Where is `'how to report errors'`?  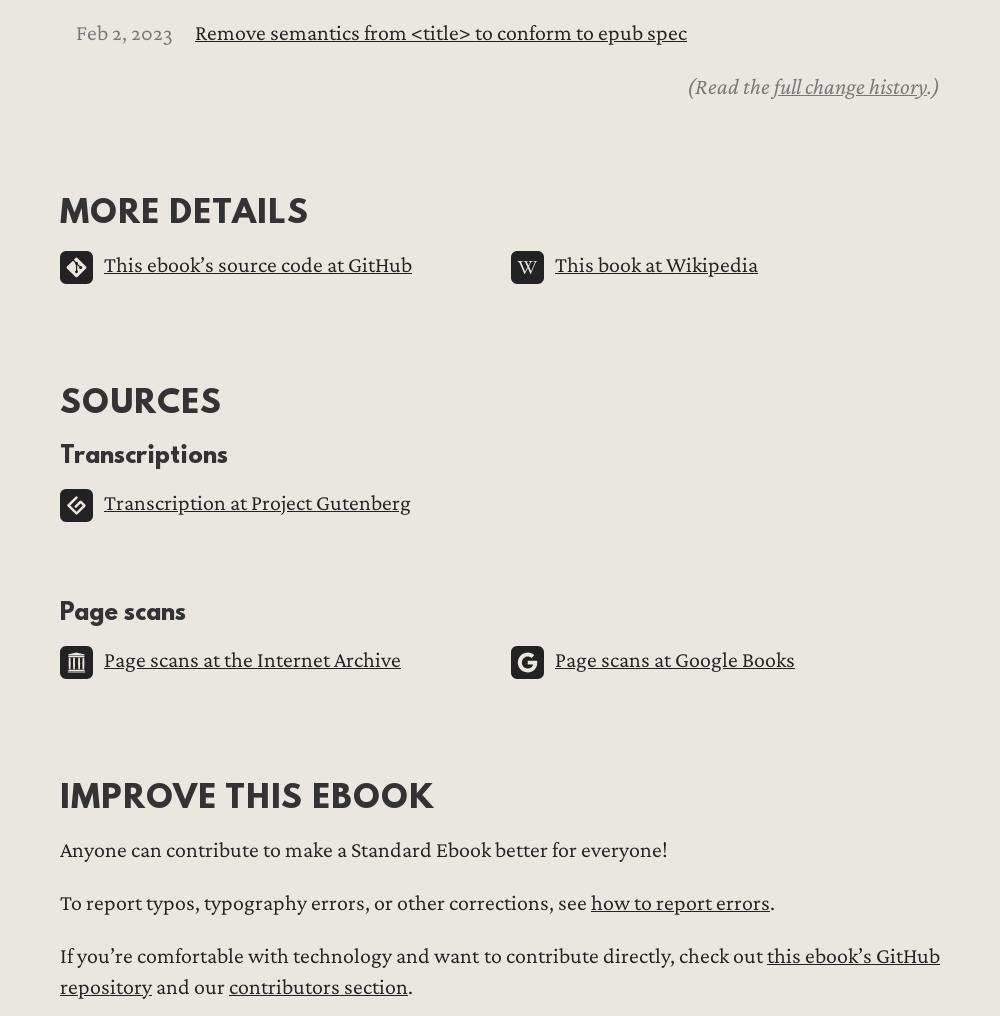 'how to report errors' is located at coordinates (680, 902).